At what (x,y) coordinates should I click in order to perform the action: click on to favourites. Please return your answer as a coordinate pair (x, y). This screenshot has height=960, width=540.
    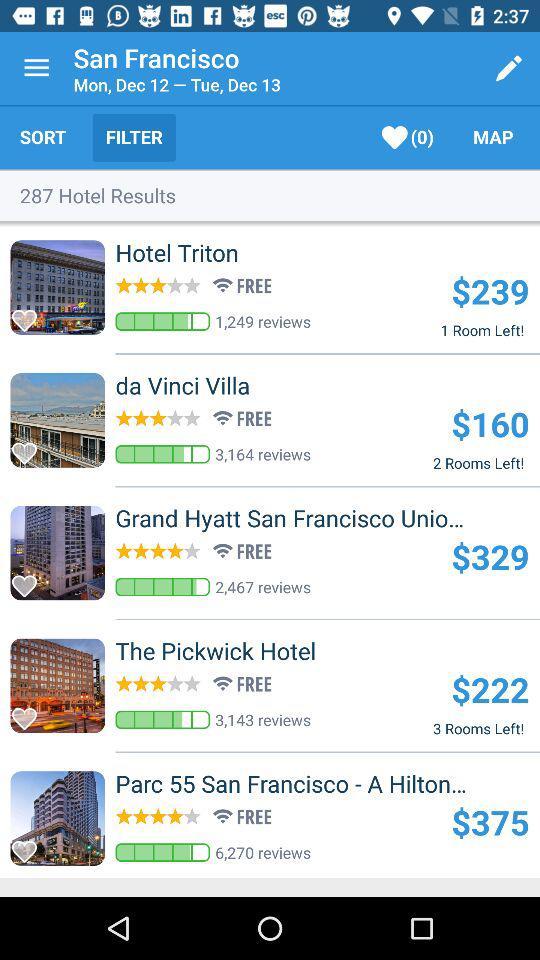
    Looking at the image, I should click on (29, 580).